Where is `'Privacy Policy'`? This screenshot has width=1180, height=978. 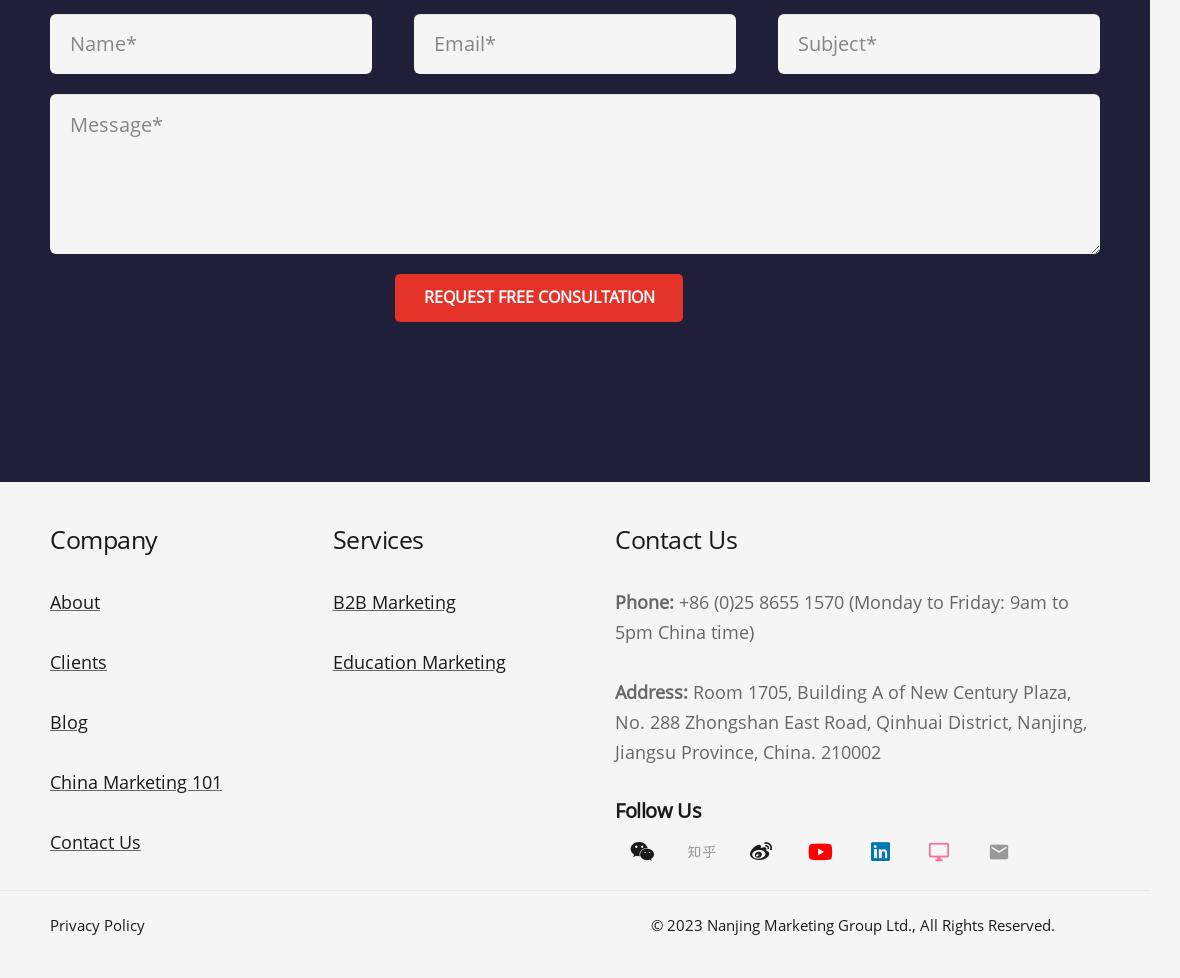
'Privacy Policy' is located at coordinates (96, 923).